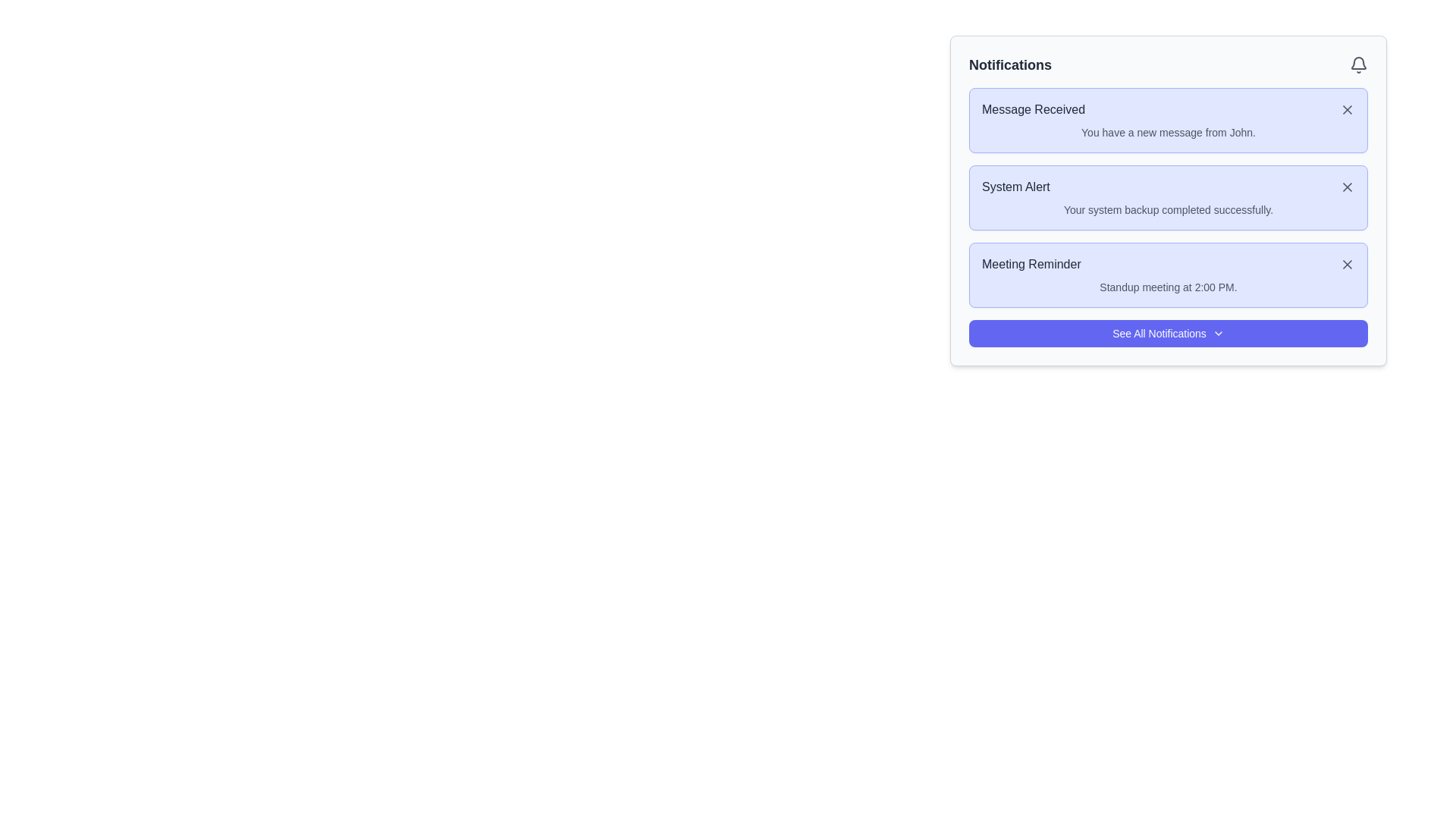 The image size is (1456, 819). What do you see at coordinates (1347, 109) in the screenshot?
I see `the close button (X icon) located at the top-right corner of the 'Message Received' notification card` at bounding box center [1347, 109].